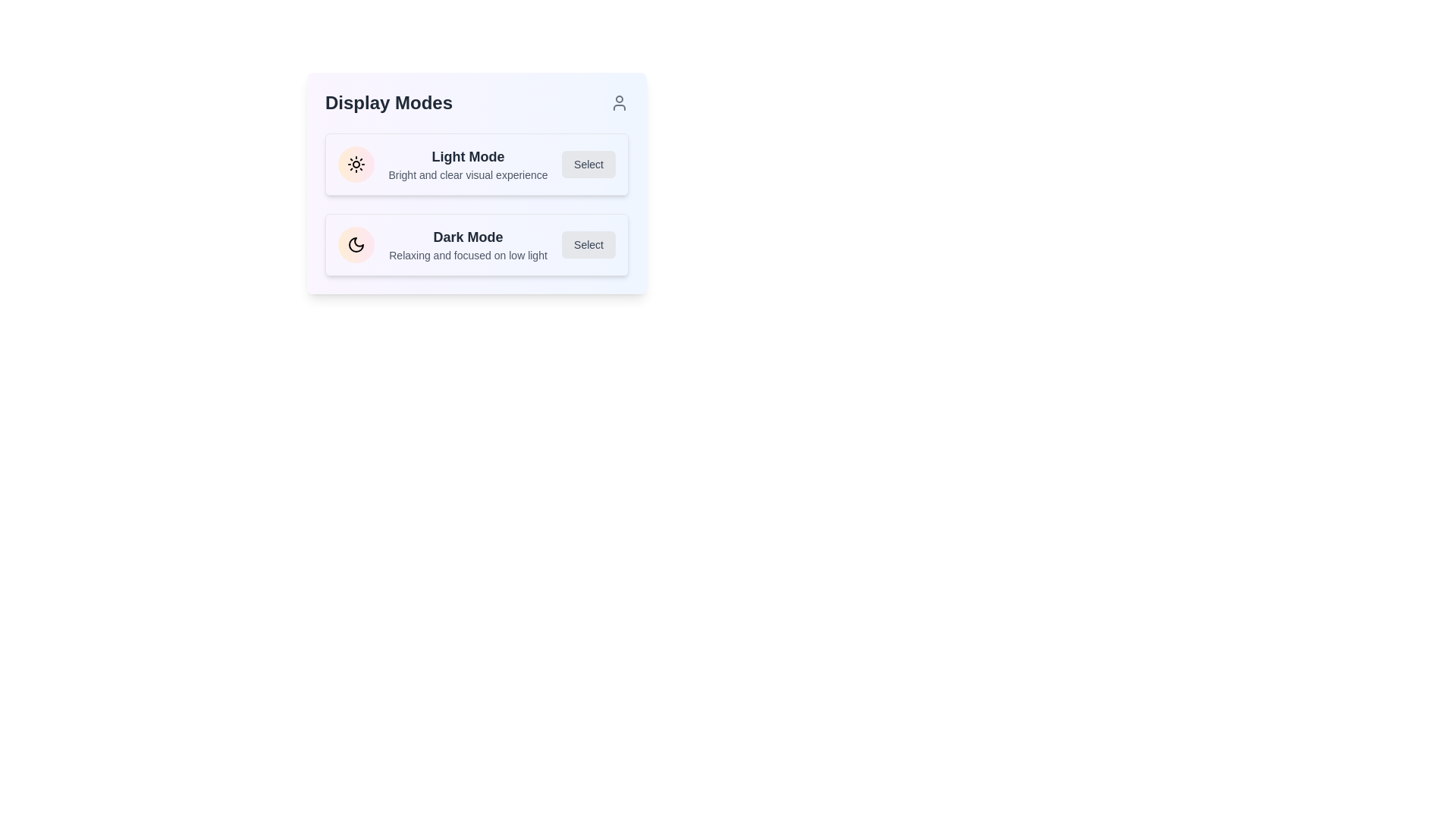 The height and width of the screenshot is (819, 1456). Describe the element at coordinates (588, 244) in the screenshot. I see `the 'Select' button to choose the 'Dark Mode' option, which is a rectangular button with rounded corners and a grayish background, positioned to the right of the 'Dark Mode' text` at that location.